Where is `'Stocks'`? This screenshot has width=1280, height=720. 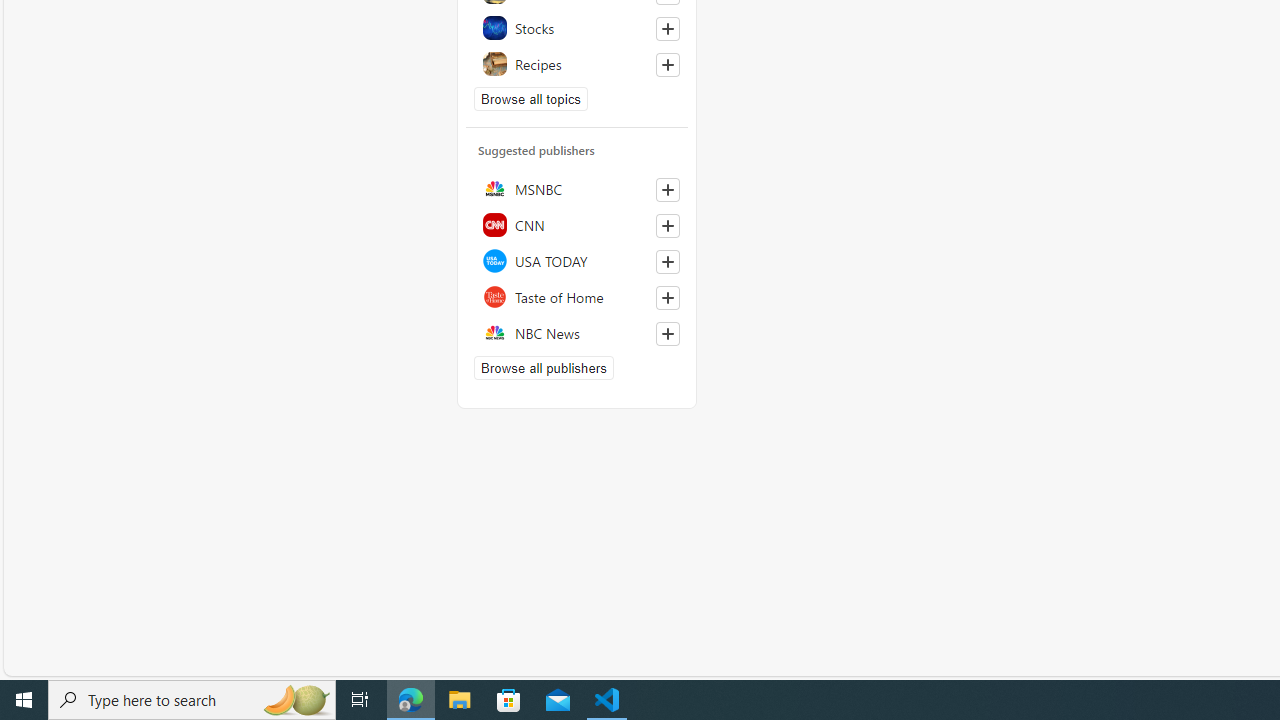 'Stocks' is located at coordinates (576, 27).